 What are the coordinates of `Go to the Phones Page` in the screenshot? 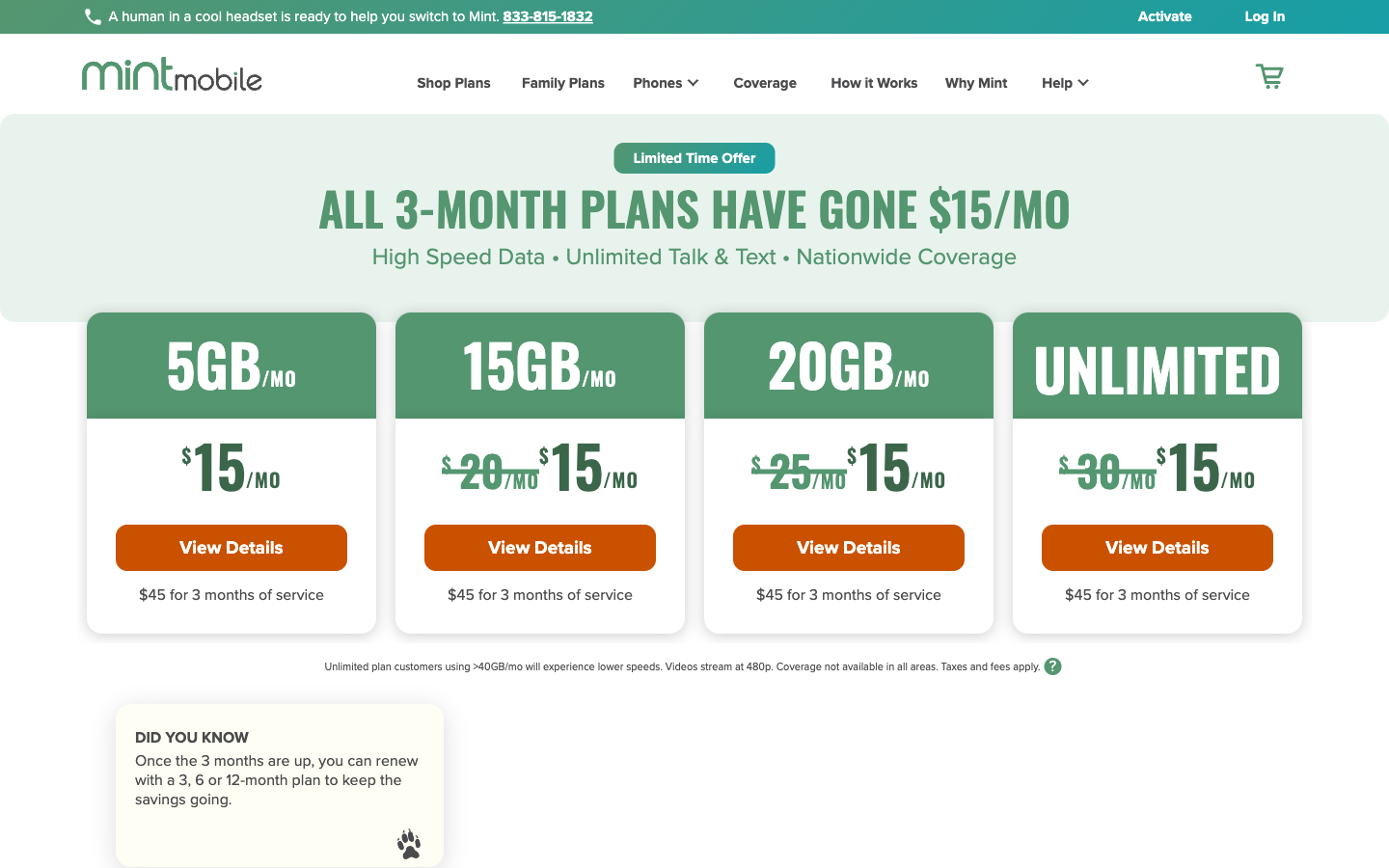 It's located at (651, 85).